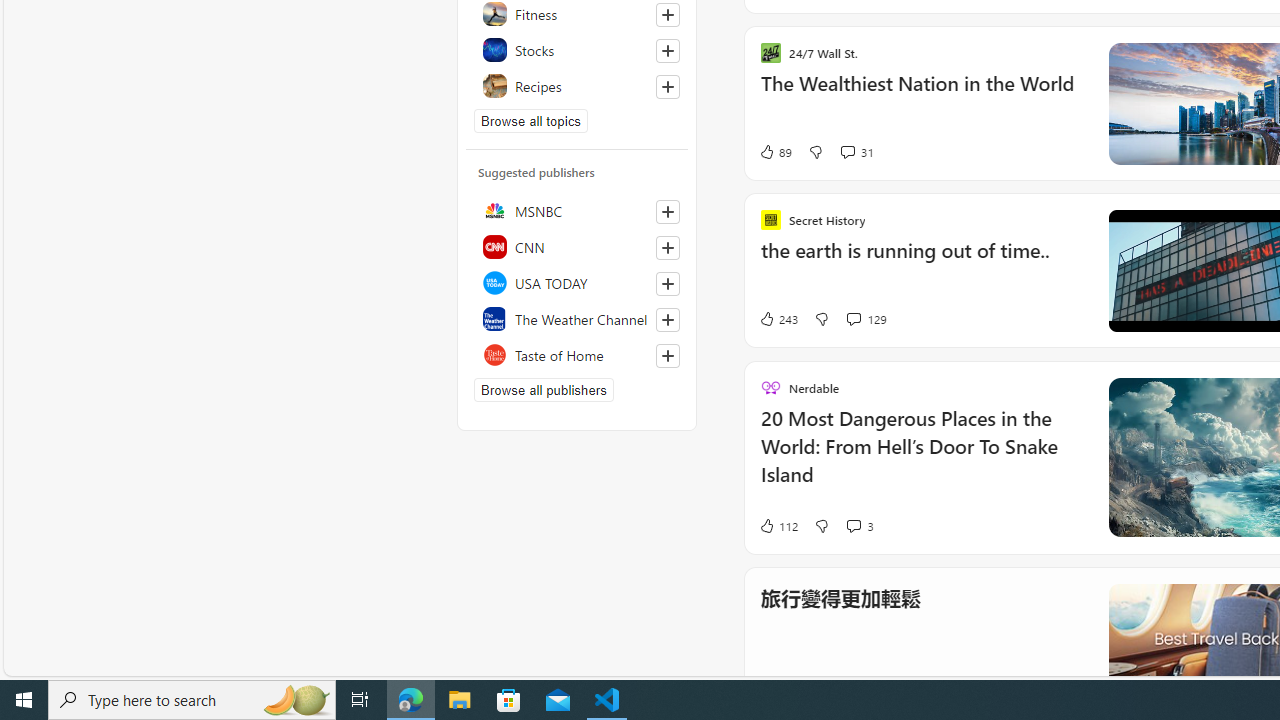  What do you see at coordinates (777, 318) in the screenshot?
I see `'243 Like'` at bounding box center [777, 318].